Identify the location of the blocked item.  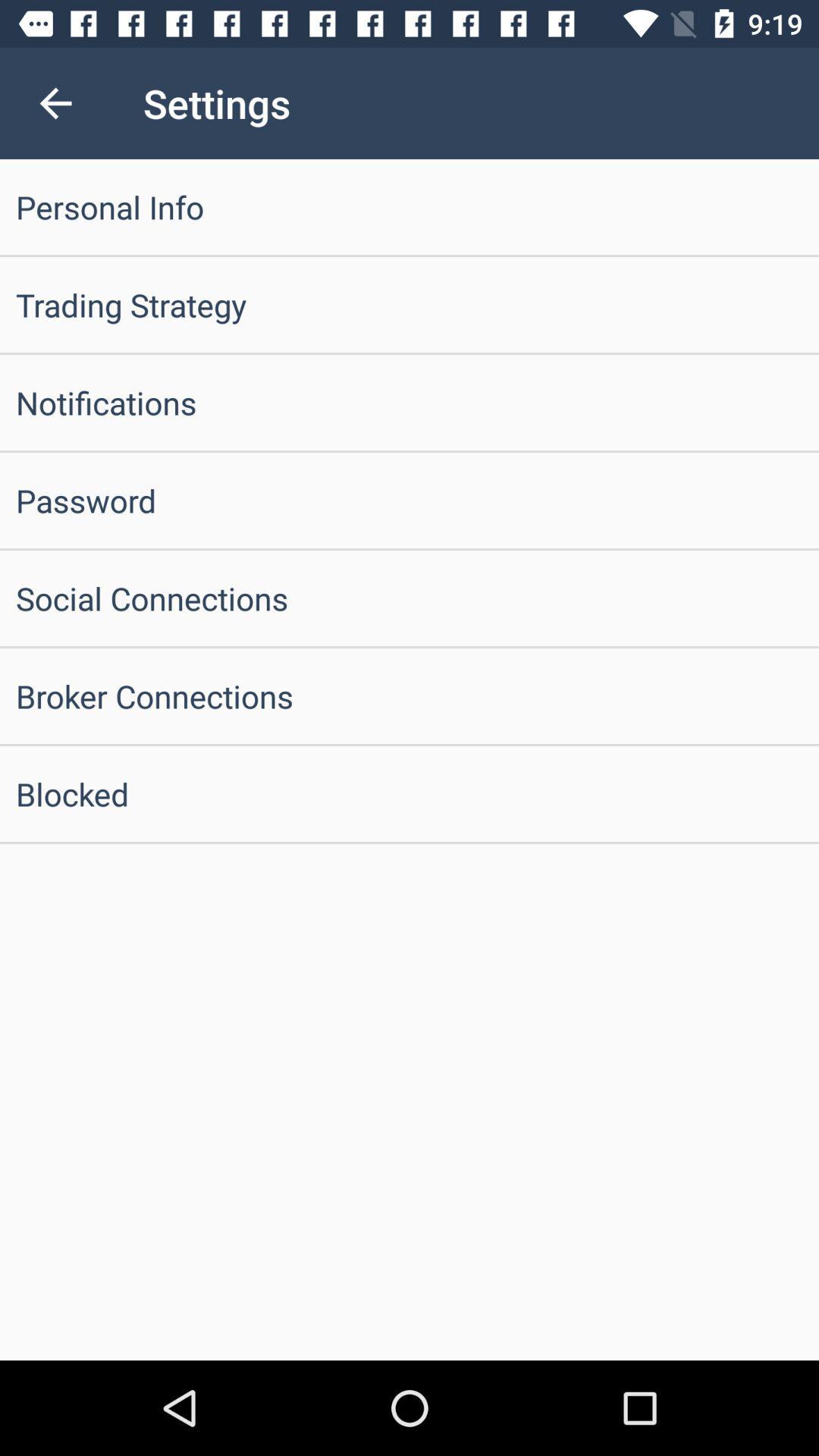
(409, 792).